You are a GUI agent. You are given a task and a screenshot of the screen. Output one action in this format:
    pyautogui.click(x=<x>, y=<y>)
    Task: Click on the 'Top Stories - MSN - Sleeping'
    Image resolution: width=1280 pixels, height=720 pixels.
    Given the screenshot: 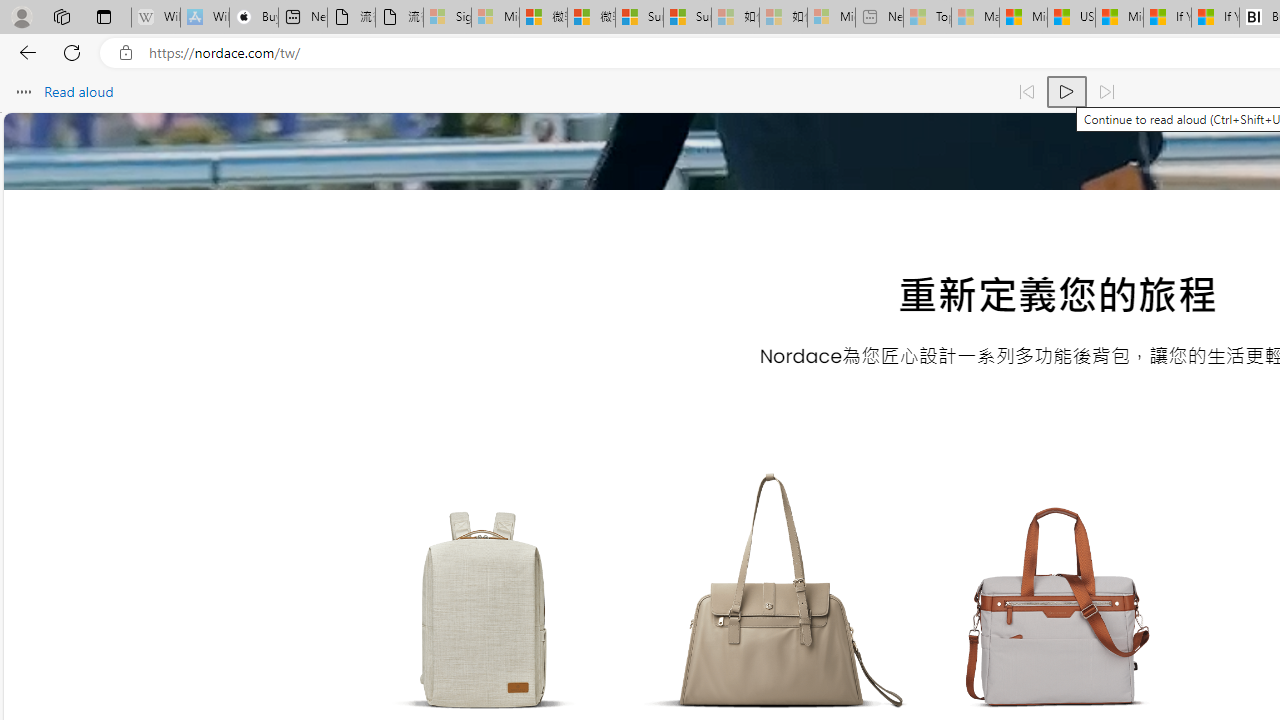 What is the action you would take?
    pyautogui.click(x=926, y=17)
    